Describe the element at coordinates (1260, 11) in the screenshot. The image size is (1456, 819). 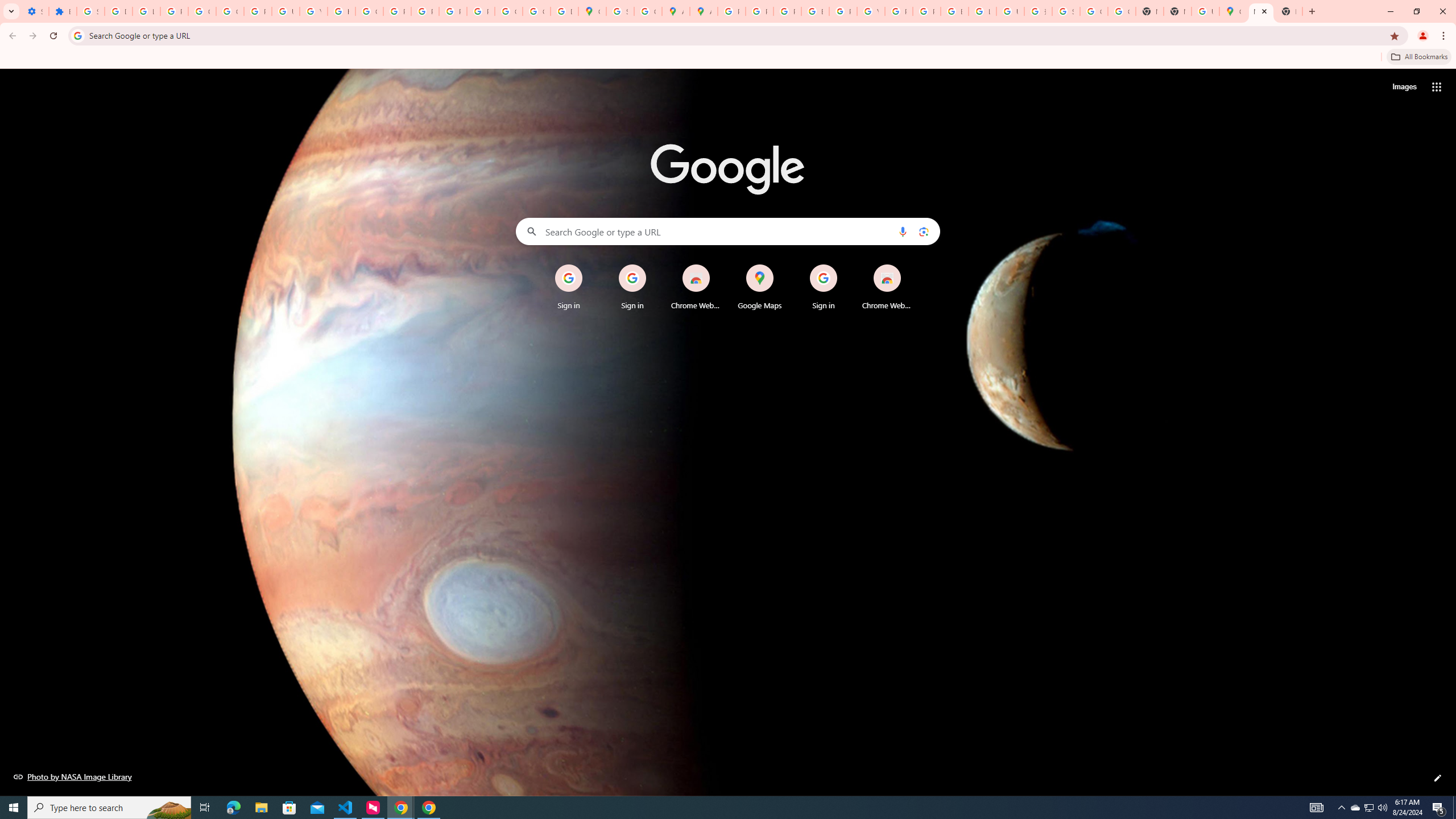
I see `'New Tab'` at that location.